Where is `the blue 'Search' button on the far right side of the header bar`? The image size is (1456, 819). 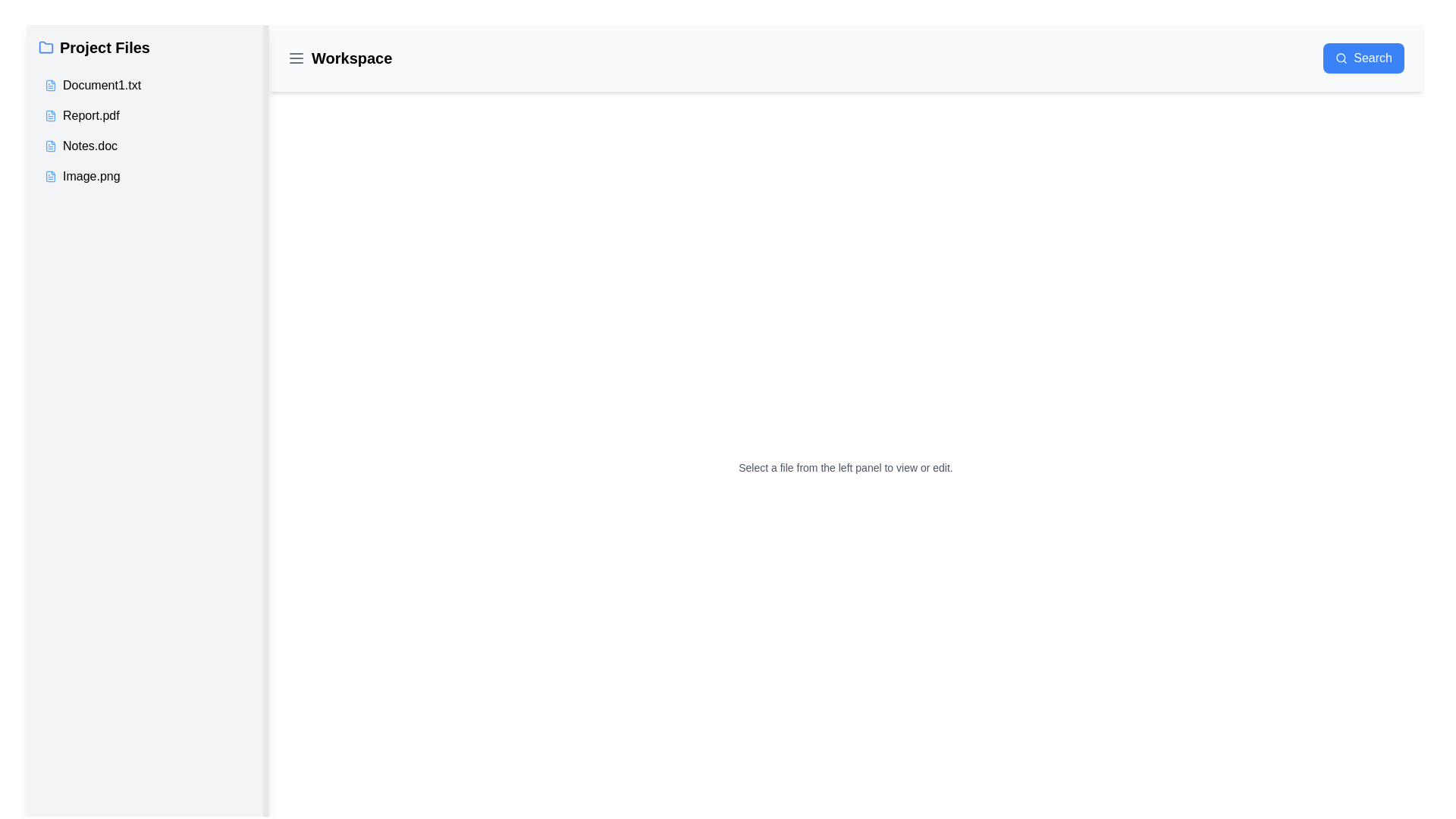
the blue 'Search' button on the far right side of the header bar is located at coordinates (1363, 58).